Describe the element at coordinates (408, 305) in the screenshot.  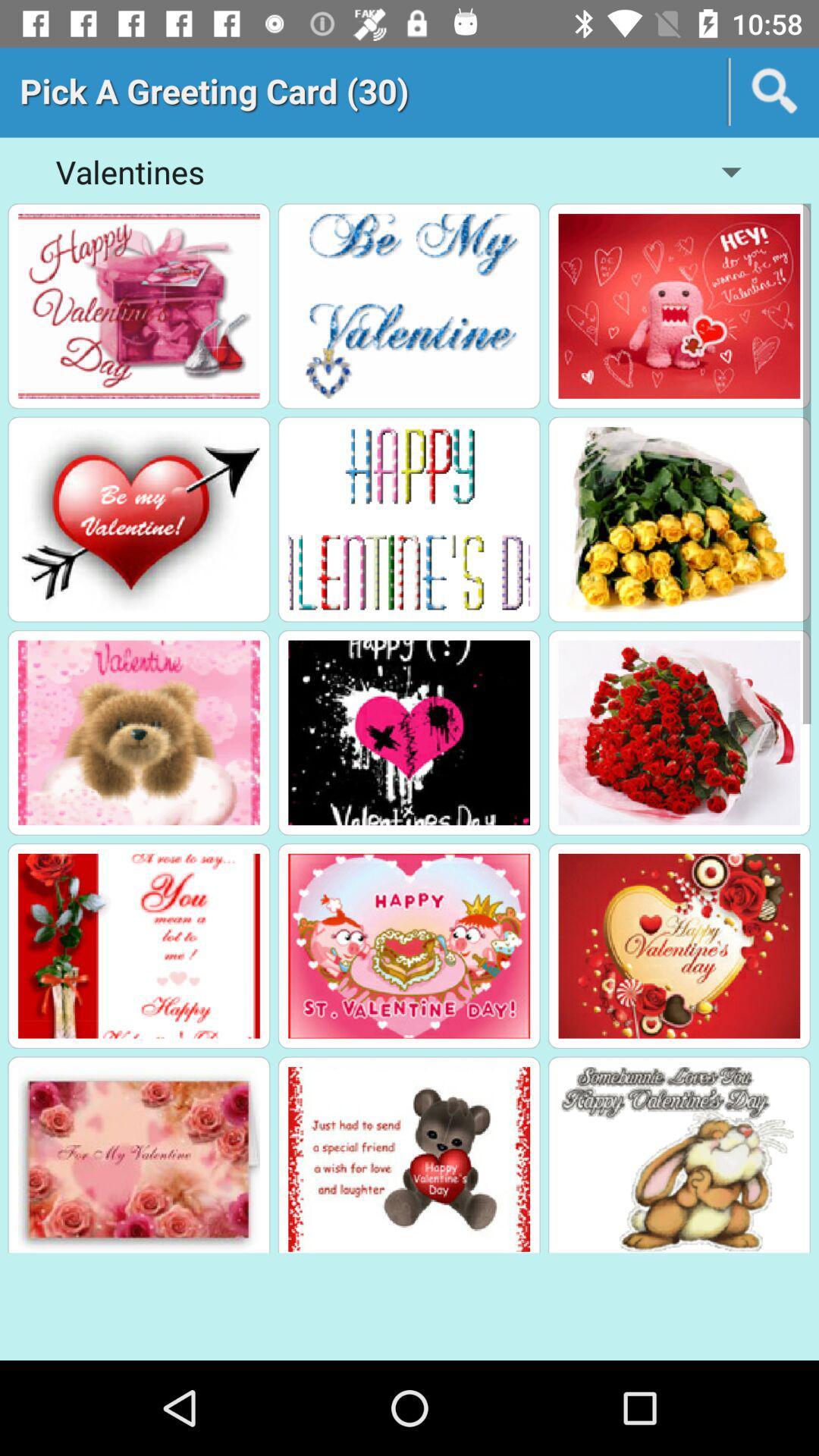
I see `to choose/pick a card` at that location.